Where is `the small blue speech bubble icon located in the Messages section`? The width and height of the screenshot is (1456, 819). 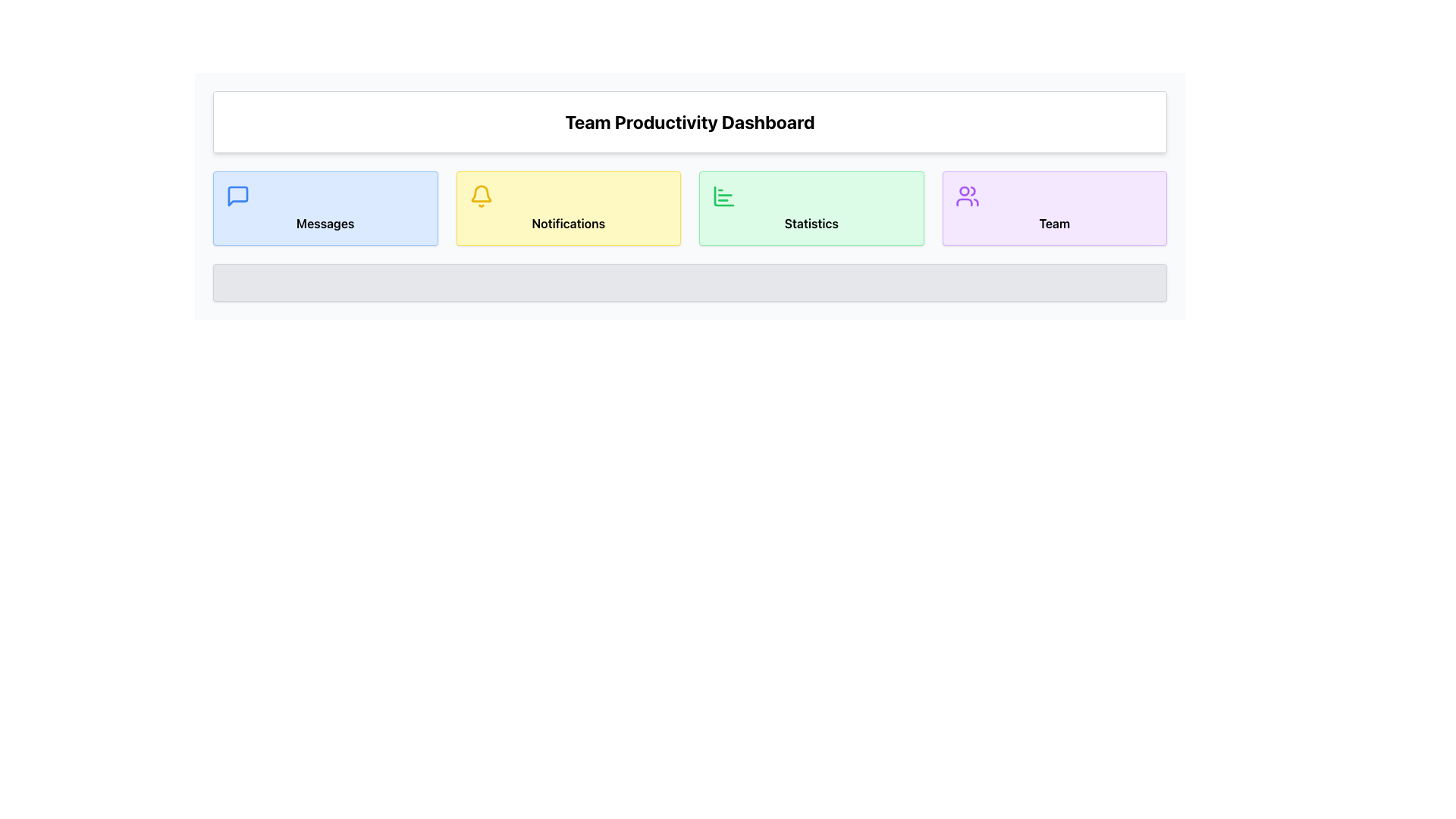
the small blue speech bubble icon located in the Messages section is located at coordinates (237, 195).